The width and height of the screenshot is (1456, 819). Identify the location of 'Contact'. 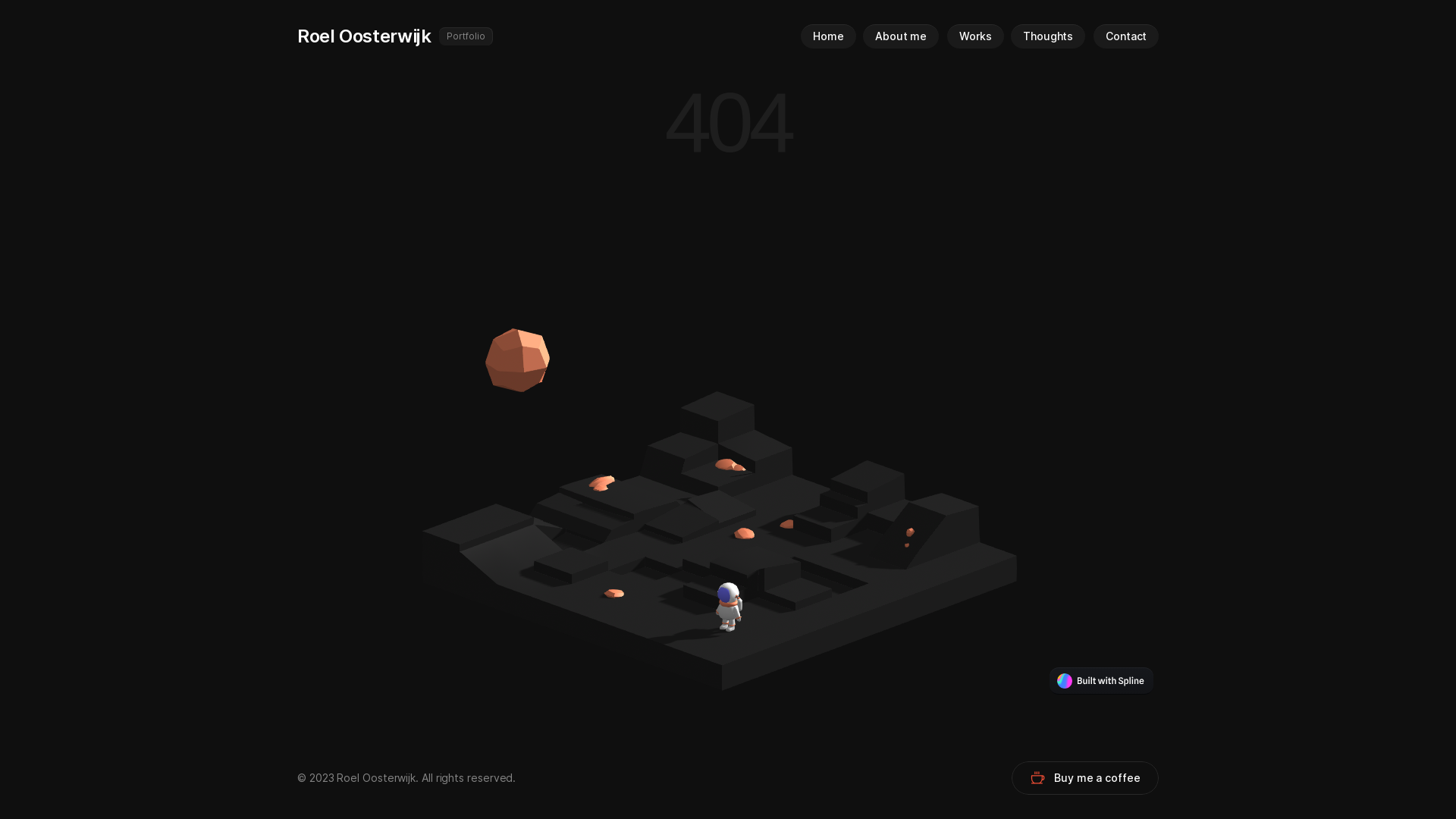
(1125, 35).